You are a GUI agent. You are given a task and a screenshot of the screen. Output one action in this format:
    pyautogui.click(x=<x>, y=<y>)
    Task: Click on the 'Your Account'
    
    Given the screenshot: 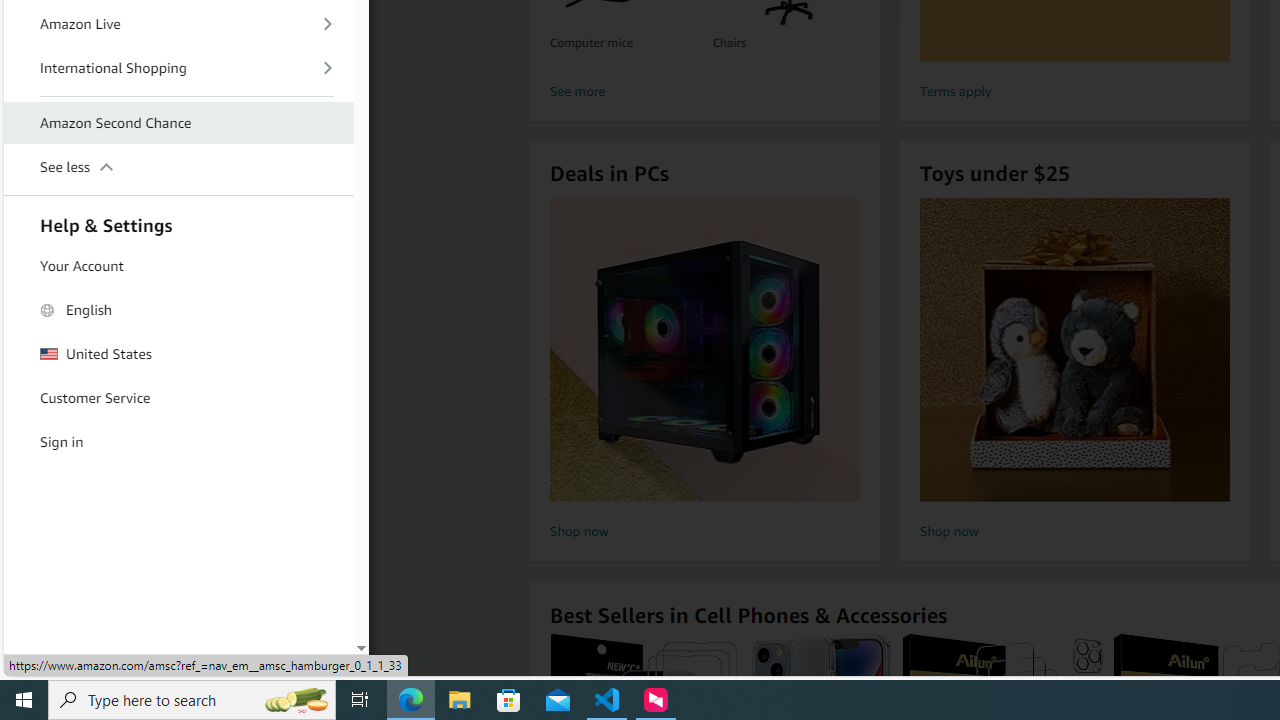 What is the action you would take?
    pyautogui.click(x=179, y=265)
    